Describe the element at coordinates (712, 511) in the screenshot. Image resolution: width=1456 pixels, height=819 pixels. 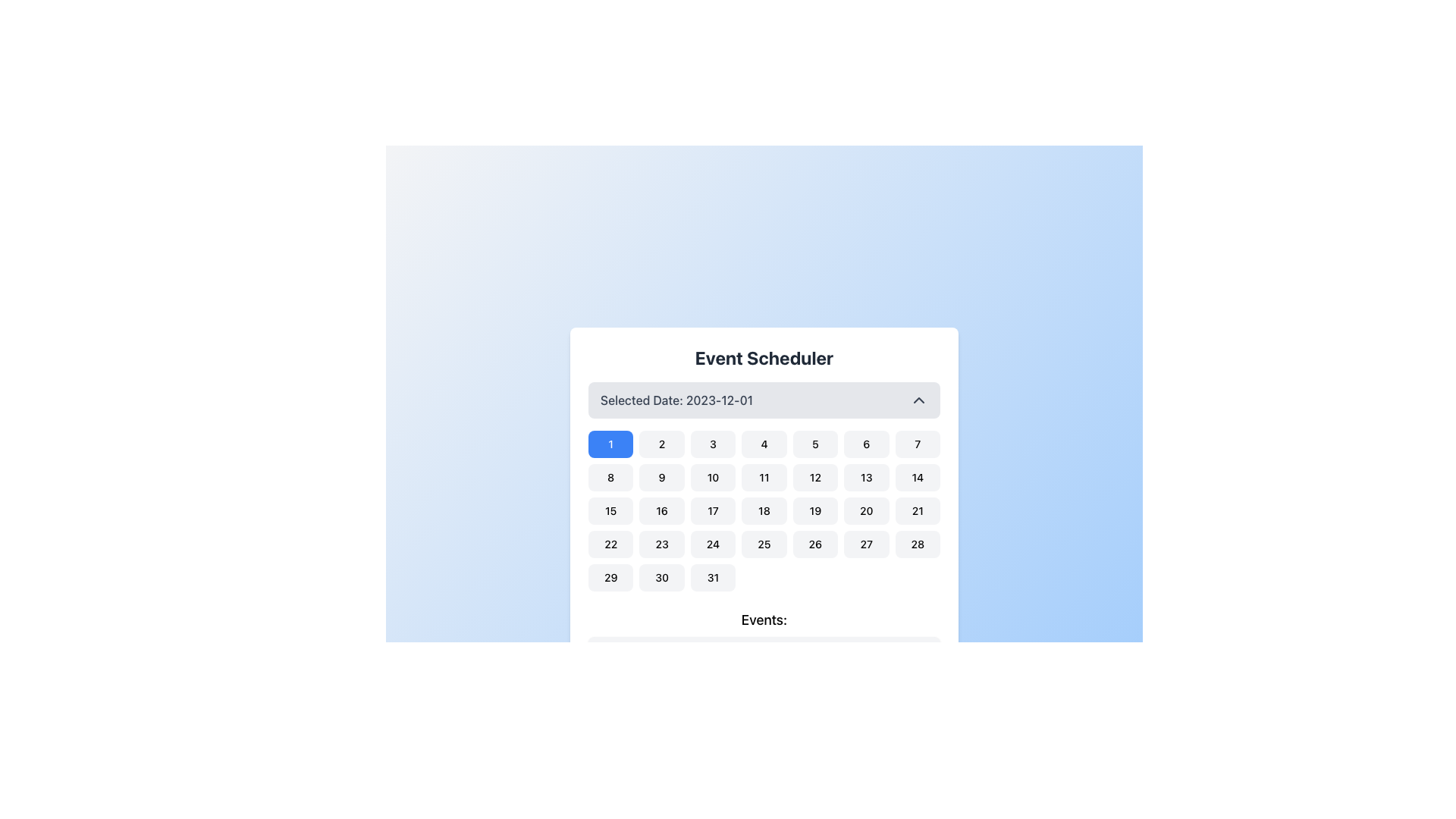
I see `the button displaying the number '17' in the calendar grid under the 'Event Scheduler' heading` at that location.